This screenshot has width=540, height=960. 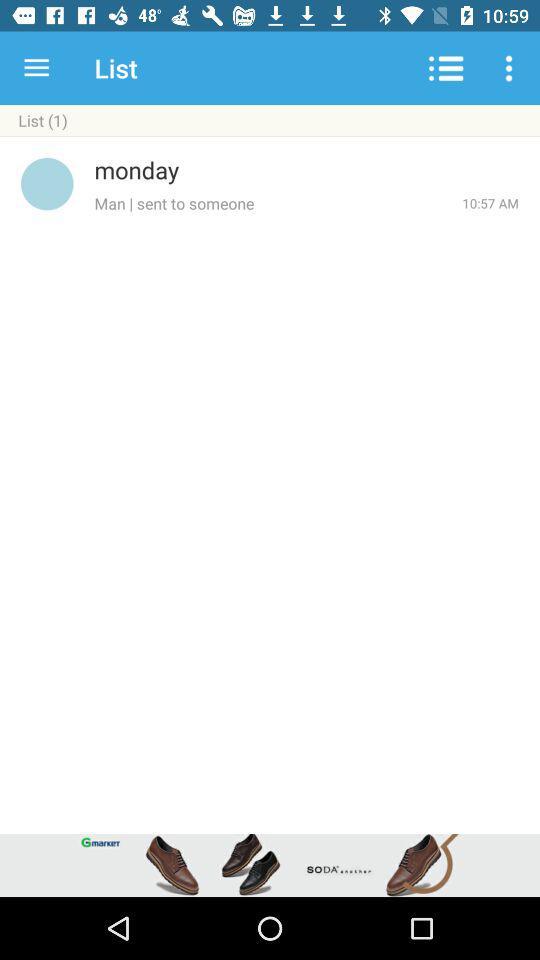 What do you see at coordinates (489, 203) in the screenshot?
I see `the icon below the monday icon` at bounding box center [489, 203].